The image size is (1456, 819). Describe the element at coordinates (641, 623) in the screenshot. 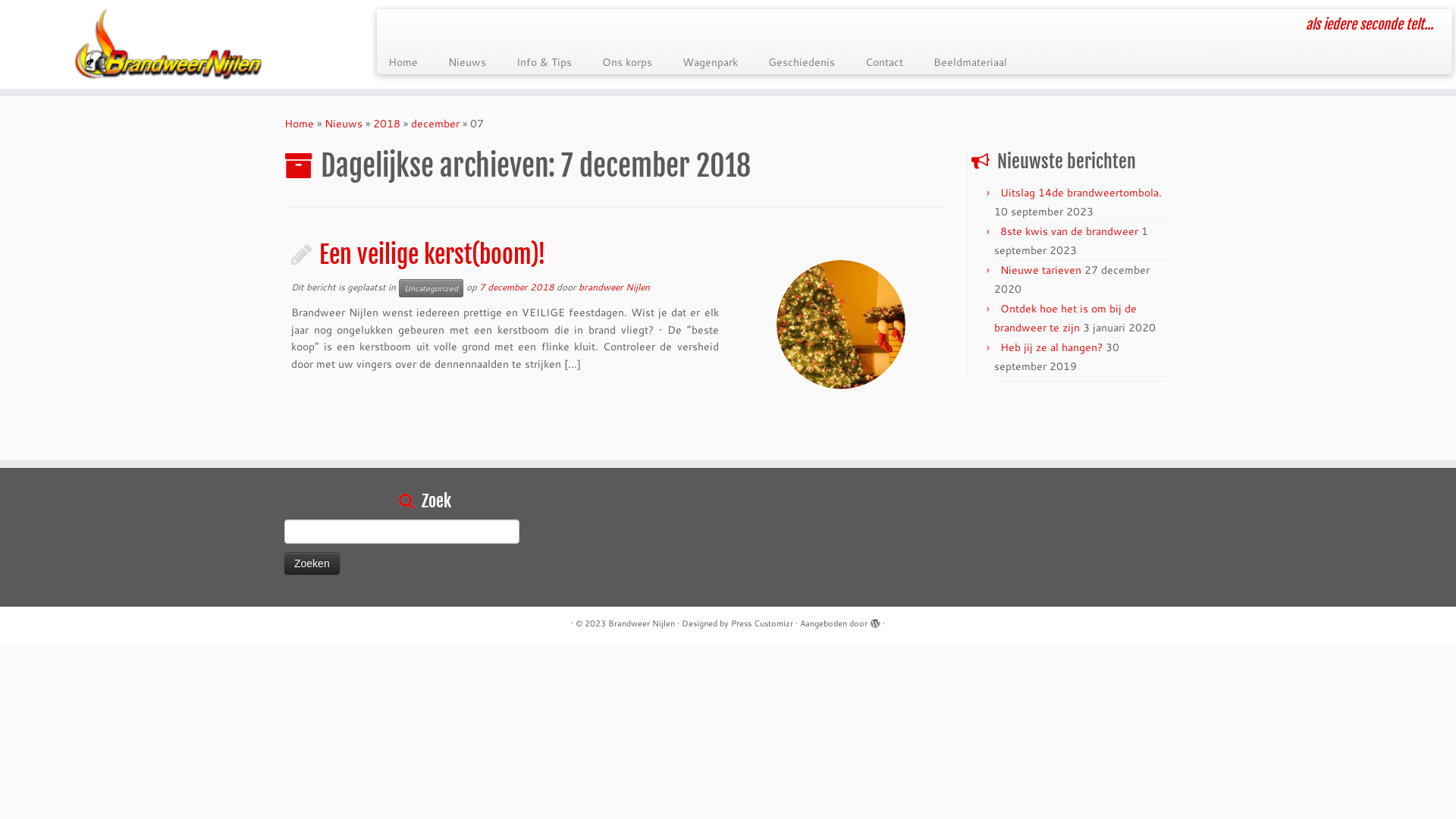

I see `'Brandweer Nijlen'` at that location.